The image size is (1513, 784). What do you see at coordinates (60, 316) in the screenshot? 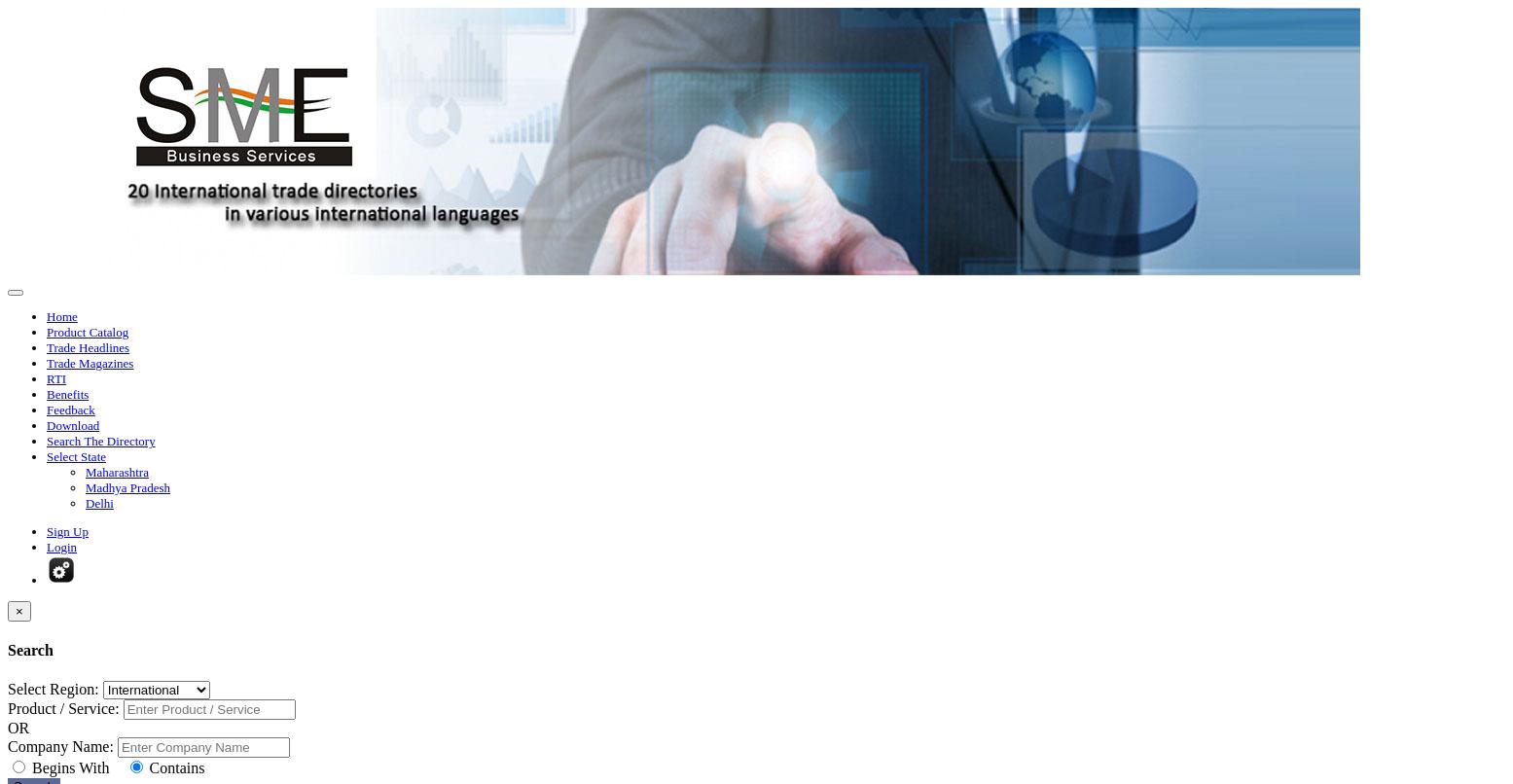
I see `'Home'` at bounding box center [60, 316].